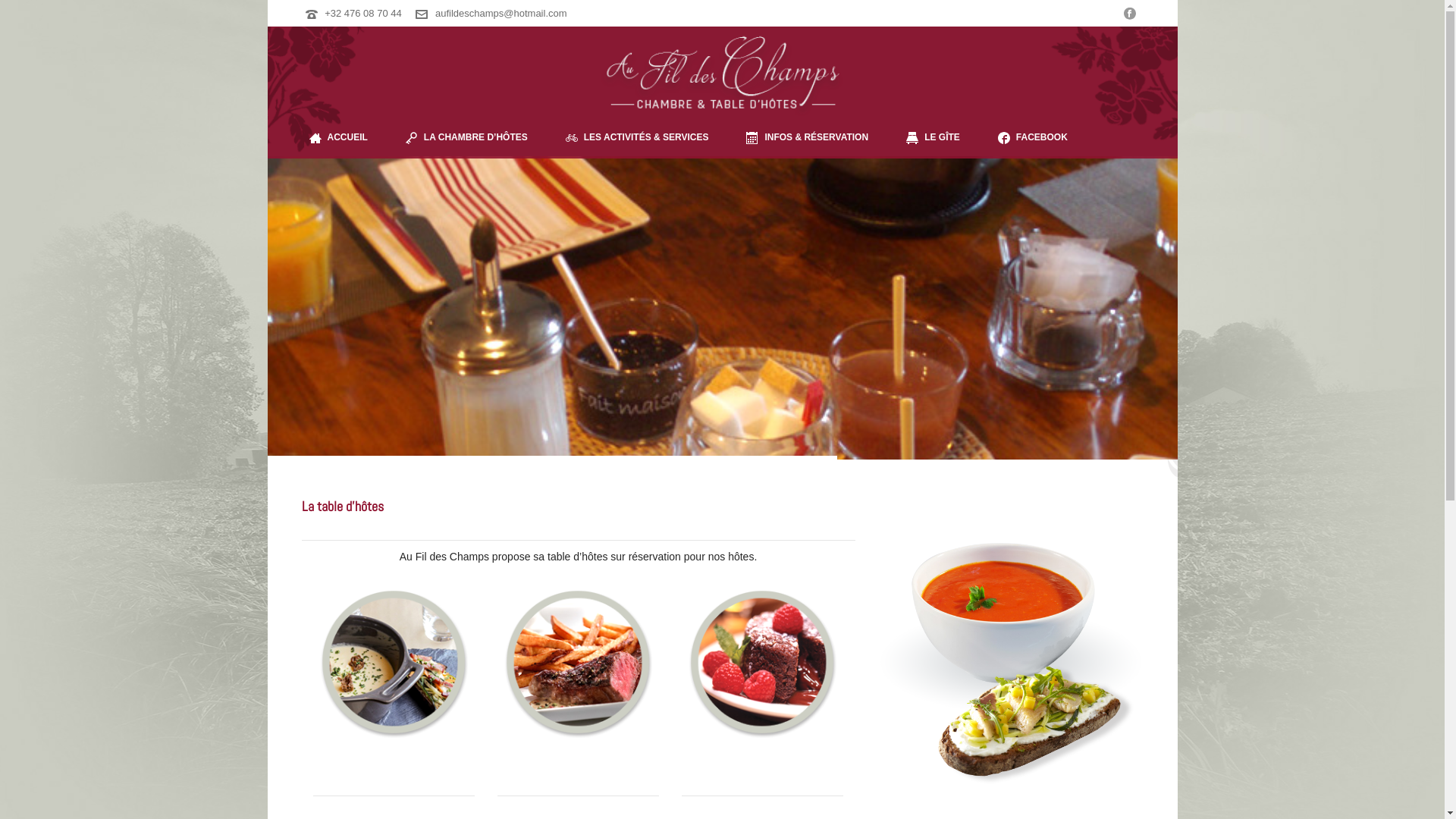 Image resolution: width=1456 pixels, height=819 pixels. I want to click on 'plat', so click(577, 661).